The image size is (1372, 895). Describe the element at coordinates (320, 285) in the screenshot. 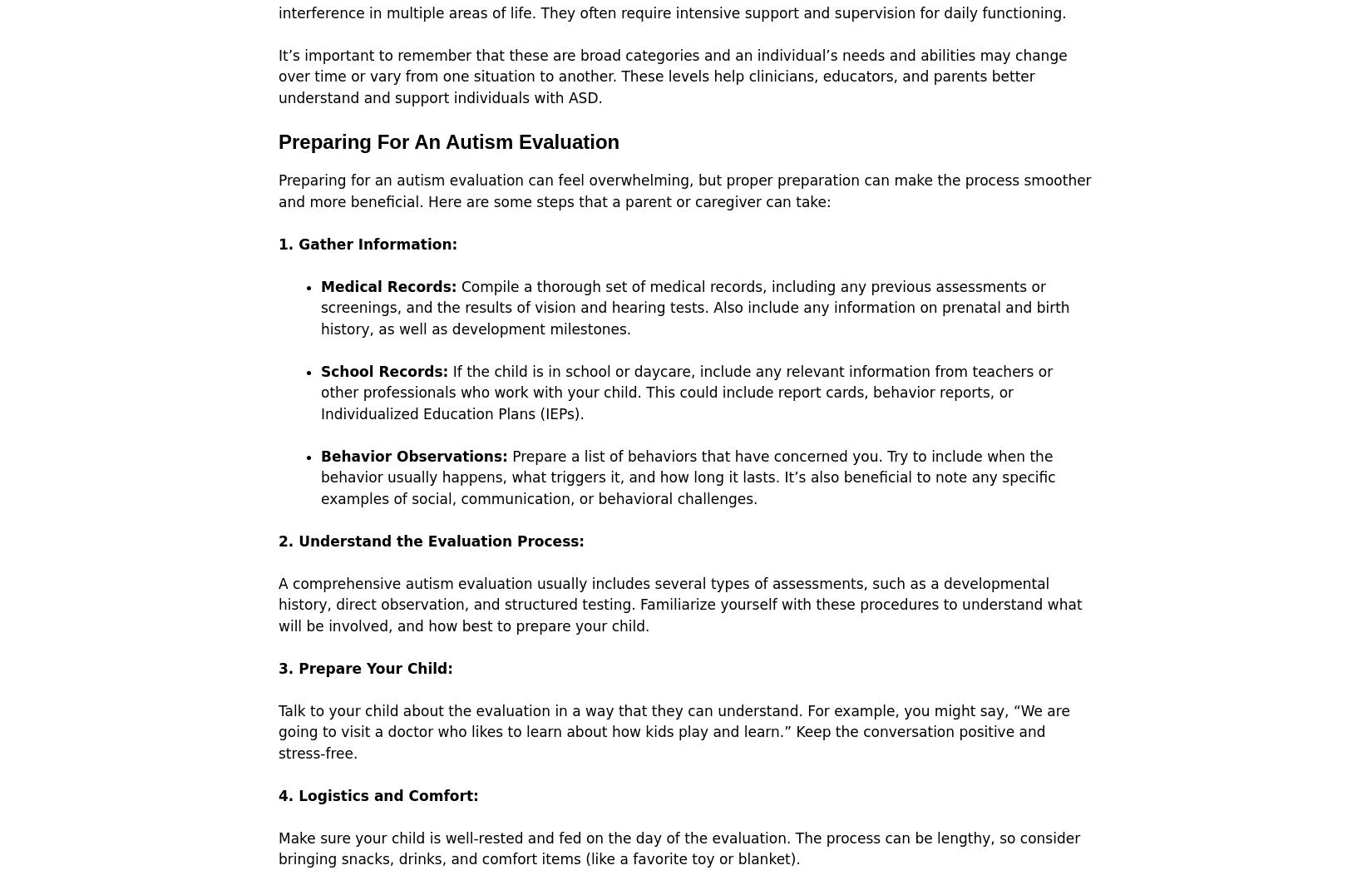

I see `'Medical Records:'` at that location.